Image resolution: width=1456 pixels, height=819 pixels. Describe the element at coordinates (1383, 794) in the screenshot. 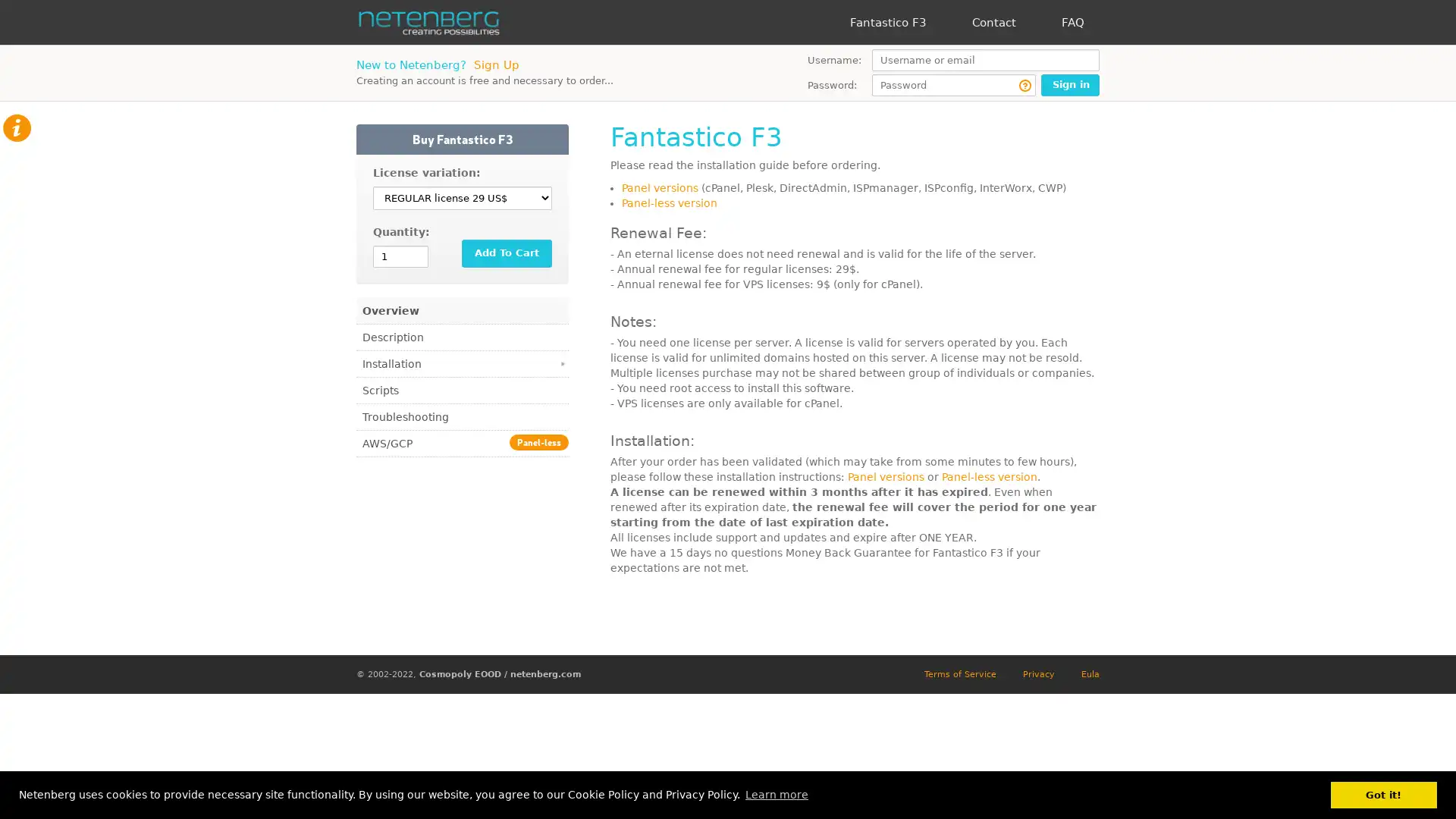

I see `dismiss cookie message` at that location.